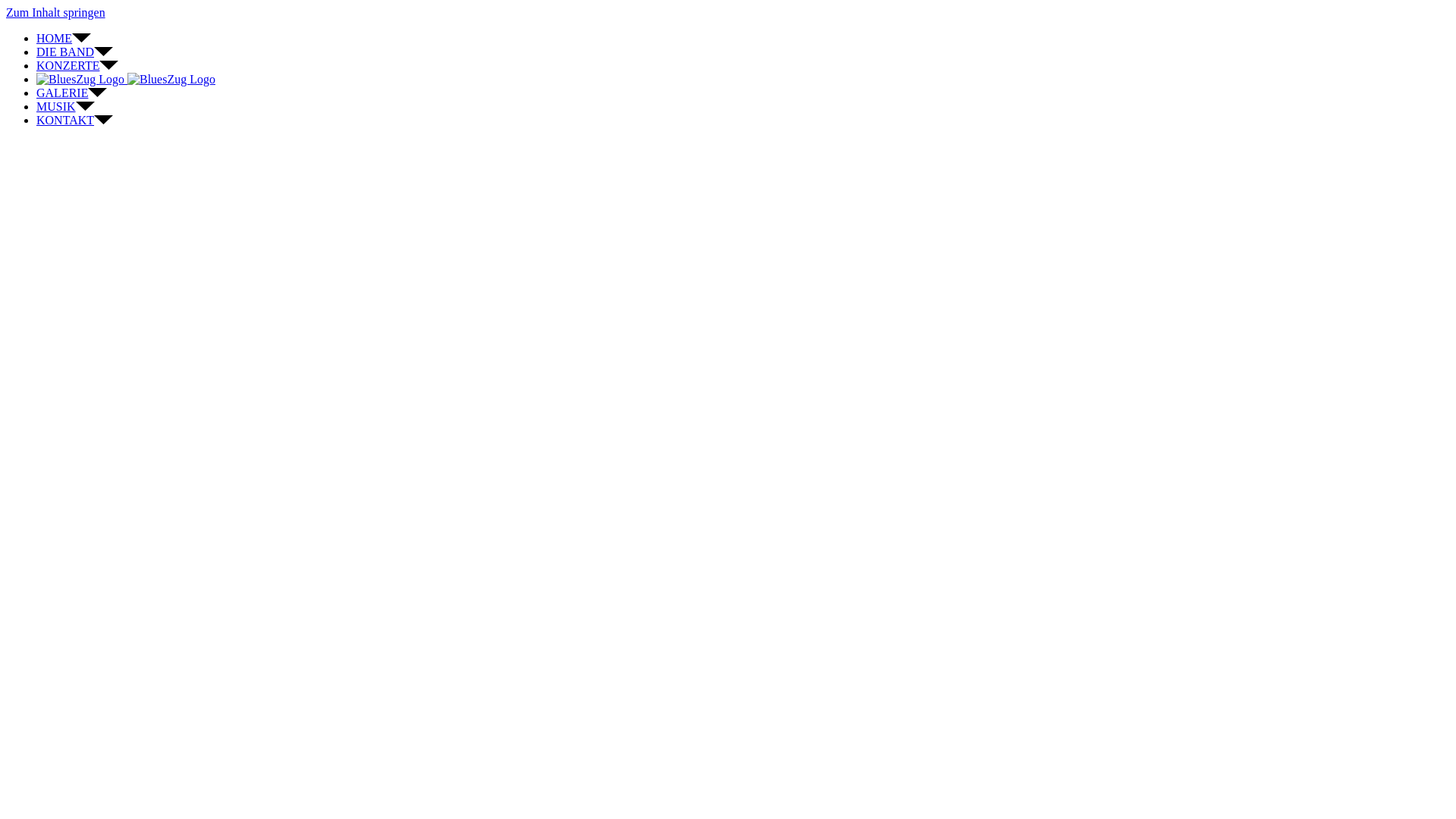  Describe the element at coordinates (74, 51) in the screenshot. I see `'DIE BAND'` at that location.